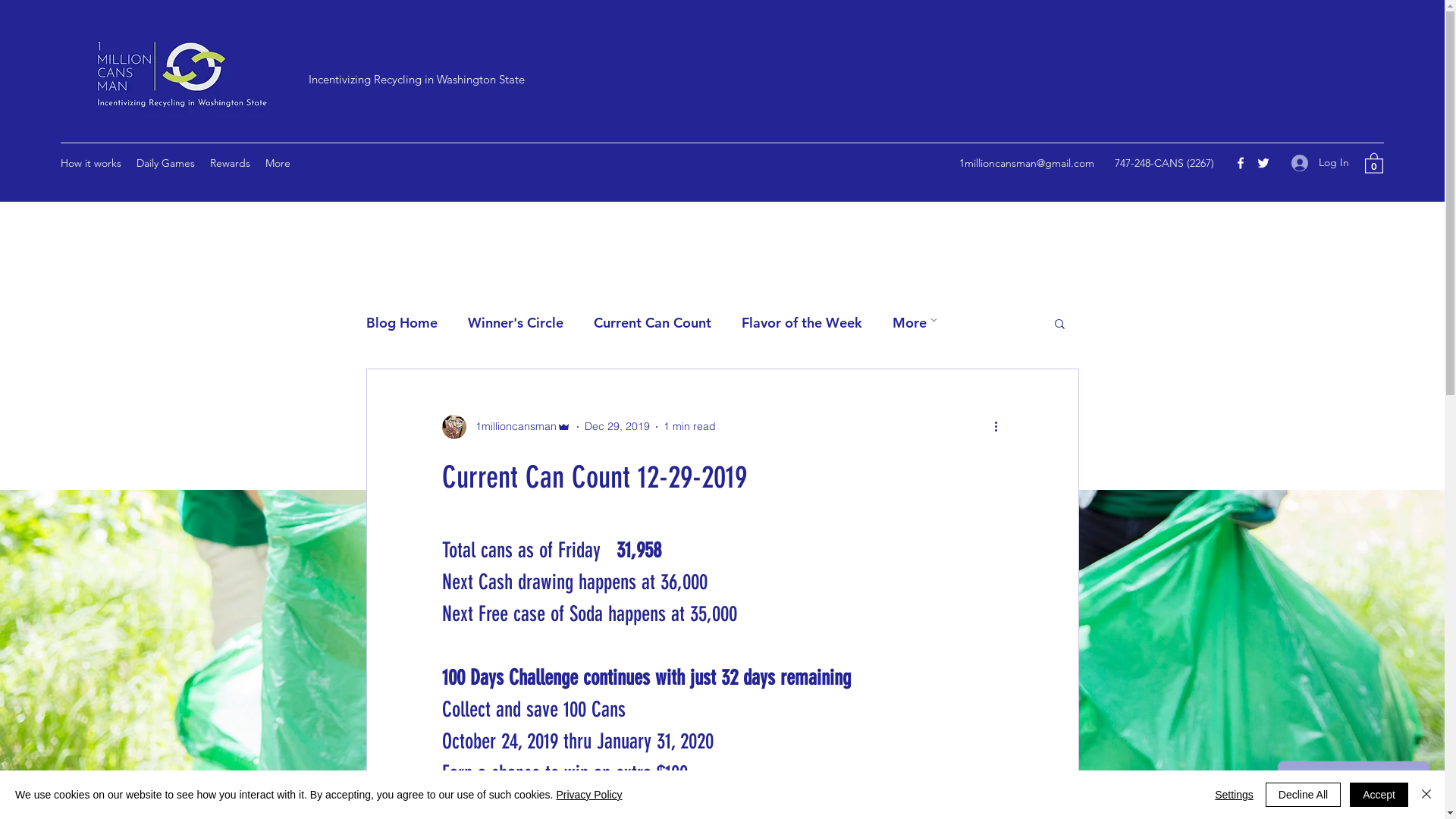  Describe the element at coordinates (651, 322) in the screenshot. I see `'Current Can Count'` at that location.